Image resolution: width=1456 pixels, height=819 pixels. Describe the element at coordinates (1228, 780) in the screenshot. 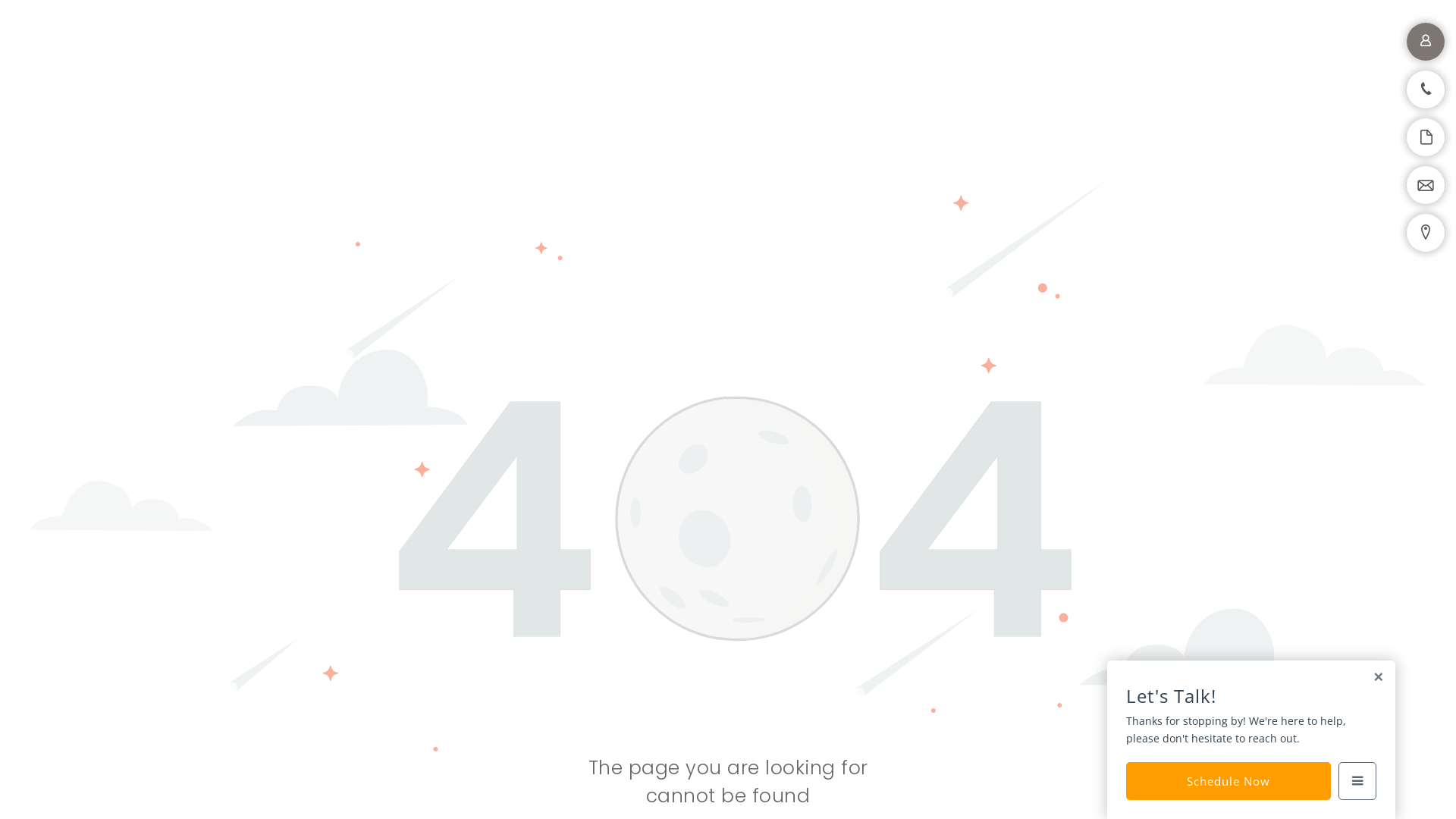

I see `'Schedule Now'` at that location.